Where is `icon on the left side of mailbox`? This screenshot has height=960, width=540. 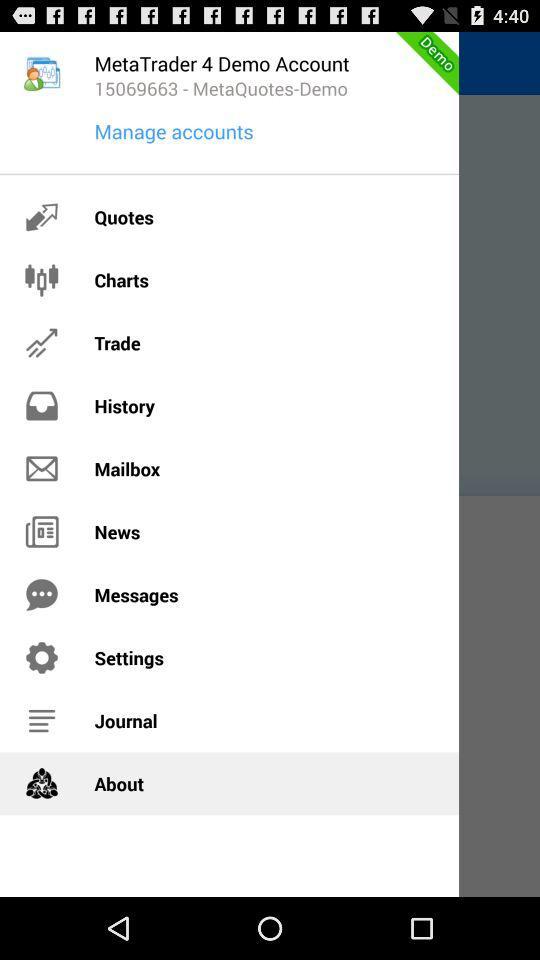 icon on the left side of mailbox is located at coordinates (42, 468).